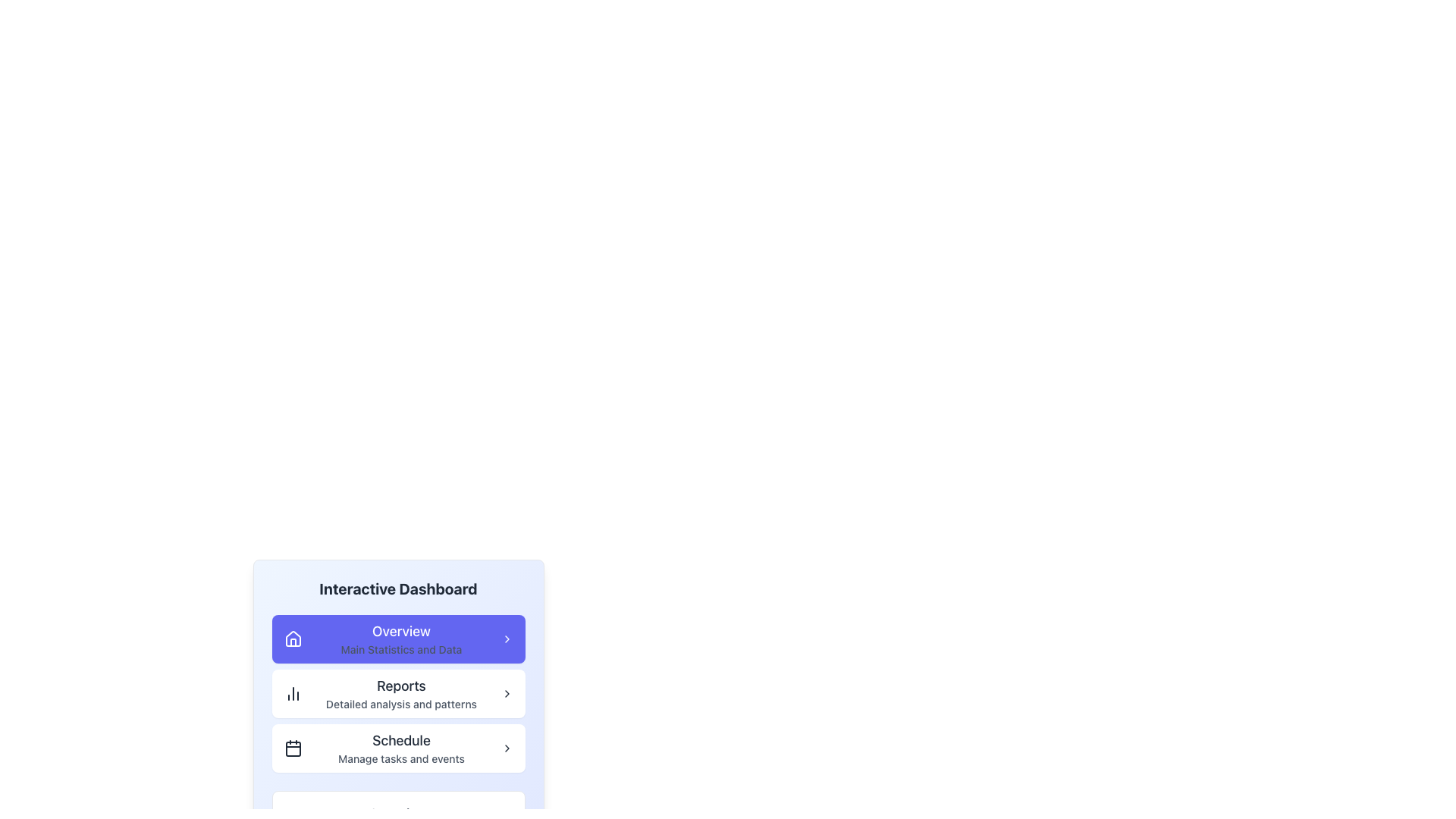 The image size is (1456, 819). Describe the element at coordinates (293, 642) in the screenshot. I see `the door element of the house icon located in the Overview section's button by moving the cursor to its center point` at that location.